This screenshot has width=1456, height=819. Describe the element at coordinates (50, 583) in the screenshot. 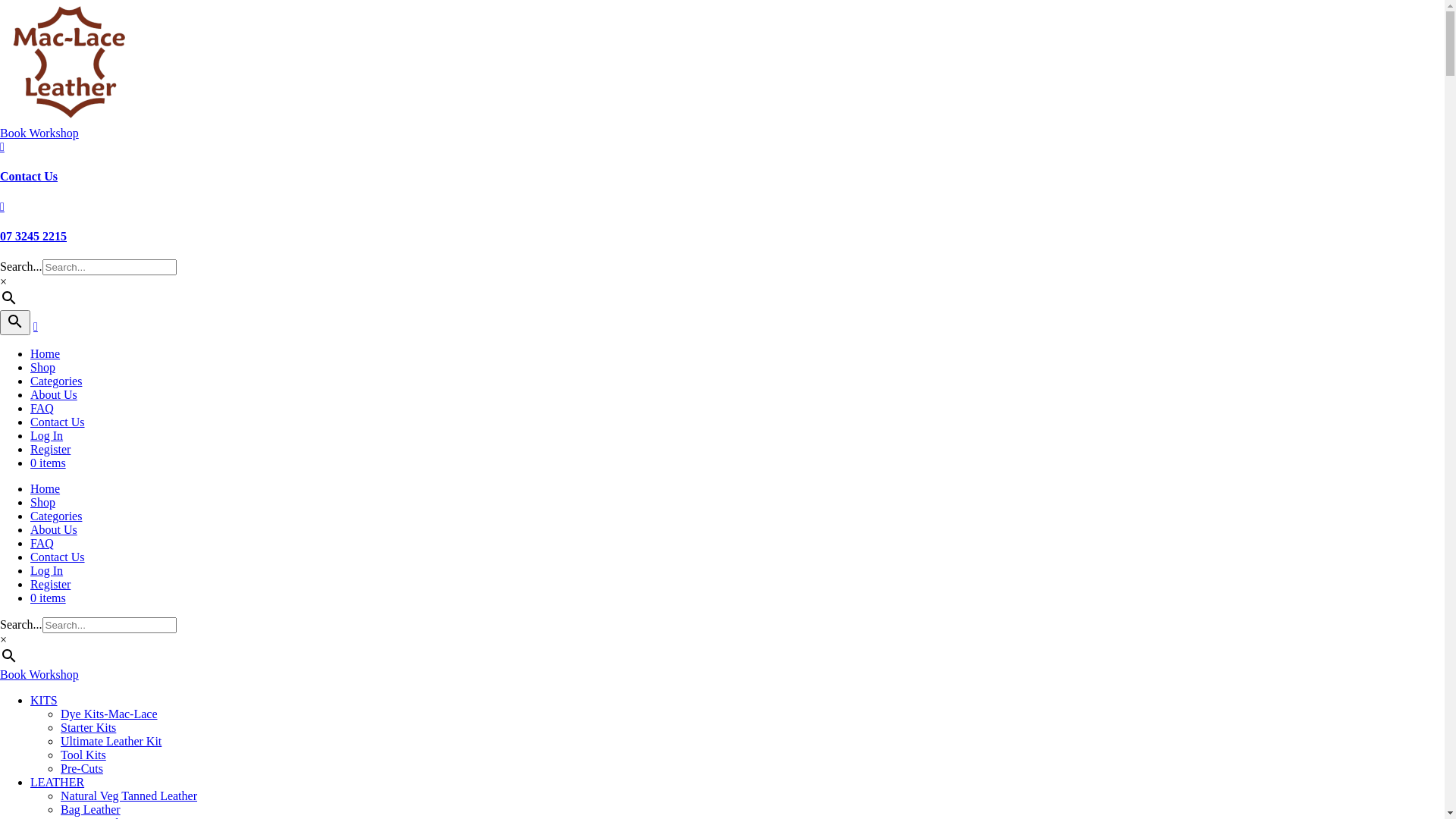

I see `'Register'` at that location.